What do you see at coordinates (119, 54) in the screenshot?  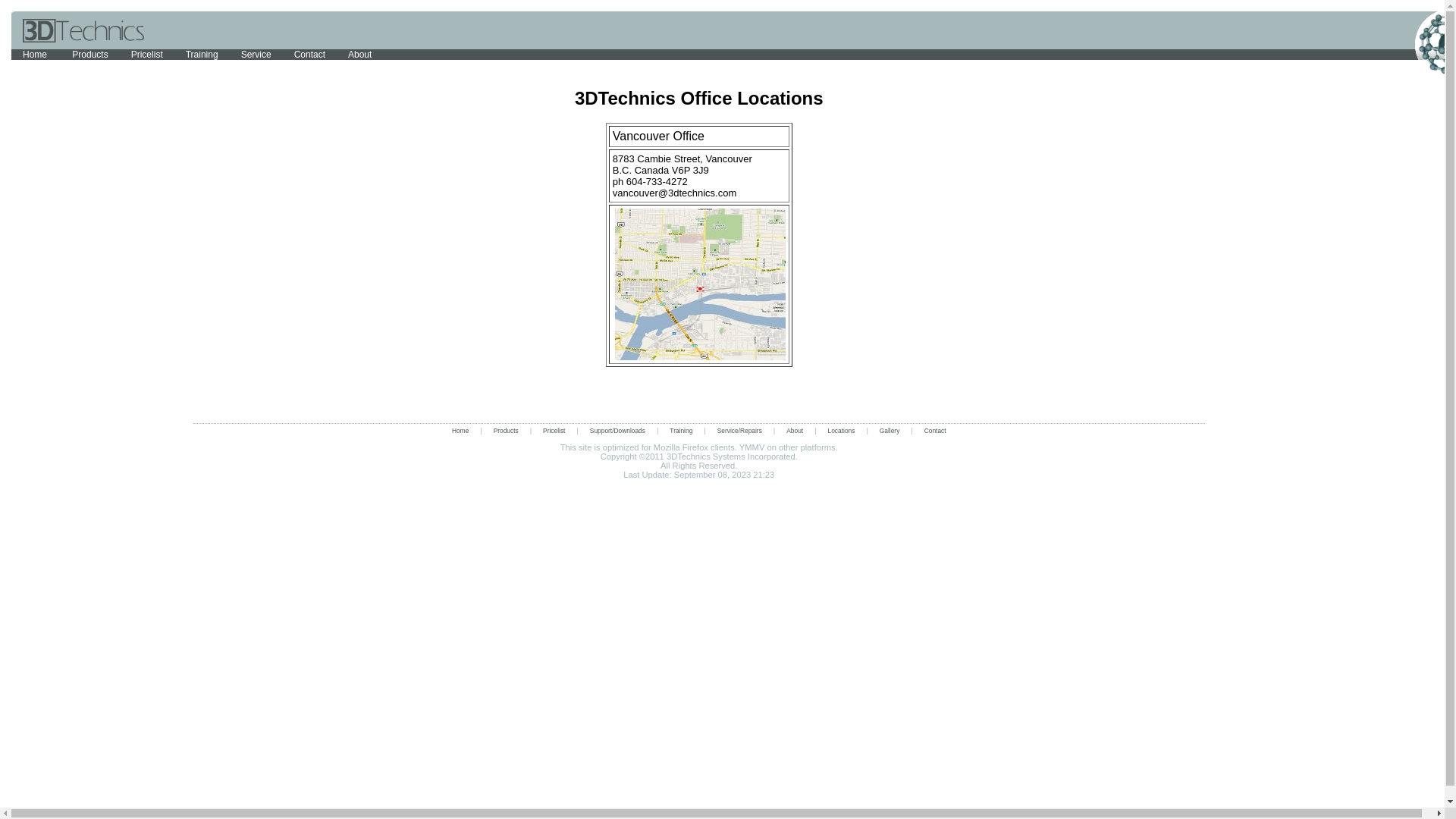 I see `'Pricelist'` at bounding box center [119, 54].